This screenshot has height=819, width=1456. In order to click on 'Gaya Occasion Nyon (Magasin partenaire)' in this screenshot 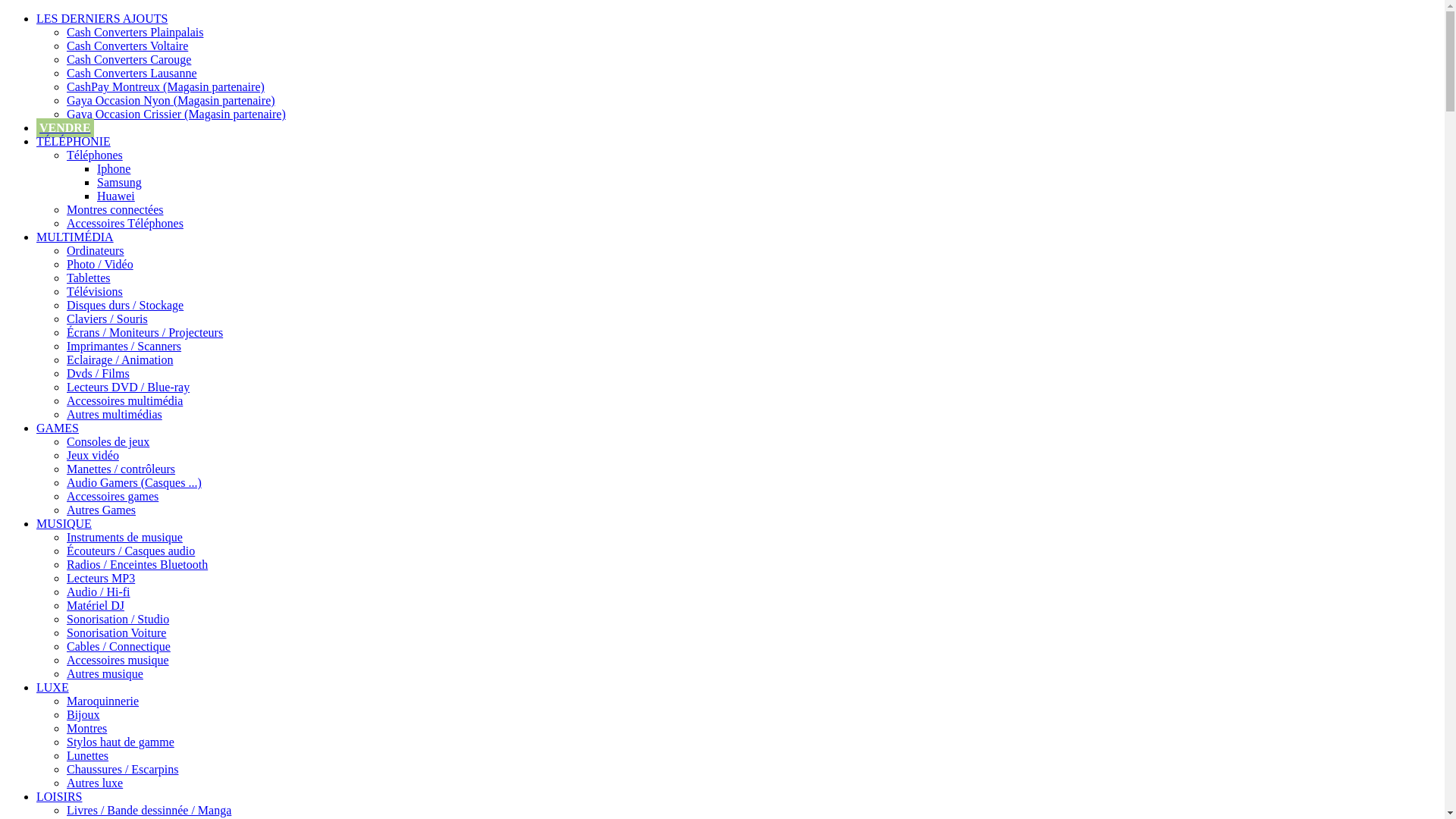, I will do `click(65, 100)`.